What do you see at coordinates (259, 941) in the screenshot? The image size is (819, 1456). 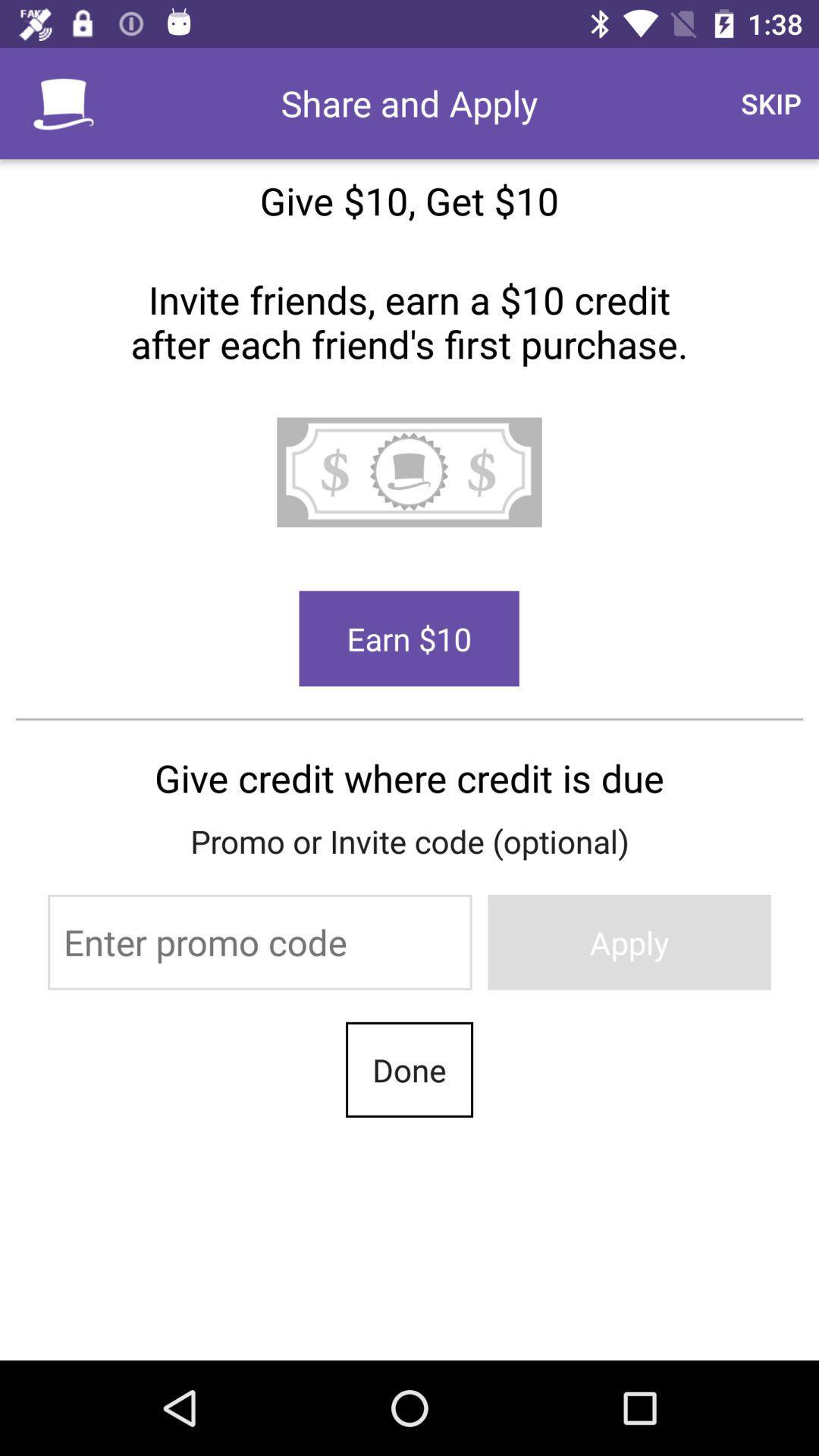 I see `the item below the promo or invite item` at bounding box center [259, 941].